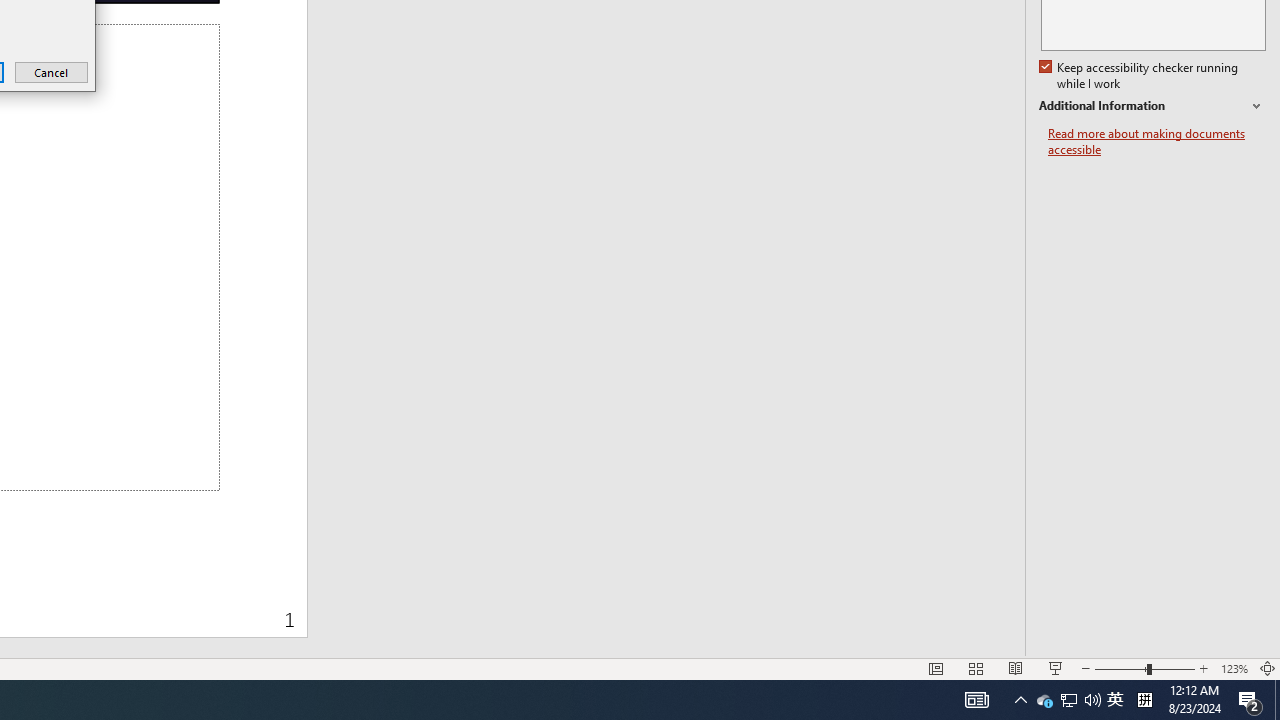  What do you see at coordinates (1233, 669) in the screenshot?
I see `'Zoom 123%'` at bounding box center [1233, 669].